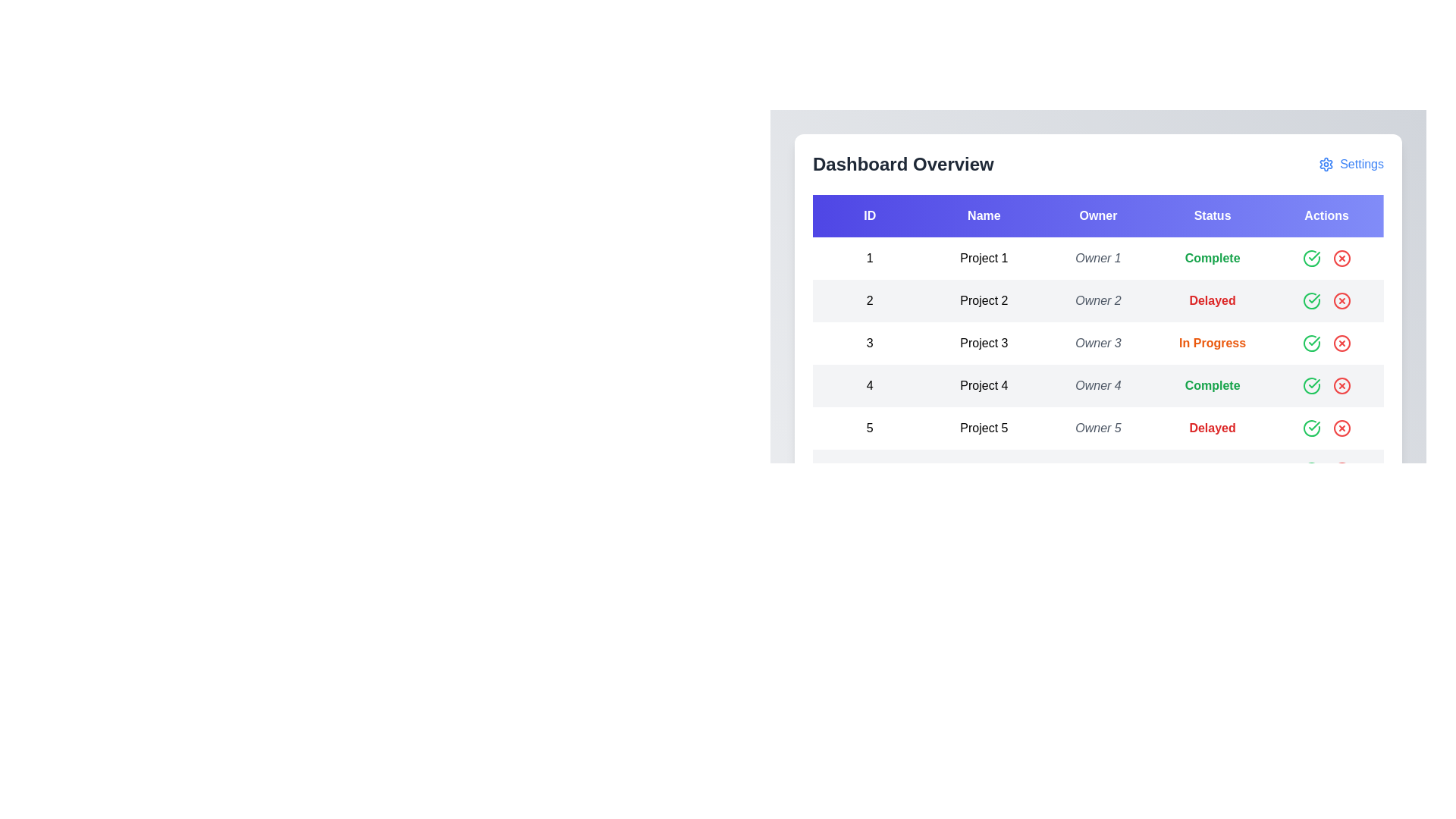  I want to click on the Actions header to sort the table by that column, so click(1326, 216).